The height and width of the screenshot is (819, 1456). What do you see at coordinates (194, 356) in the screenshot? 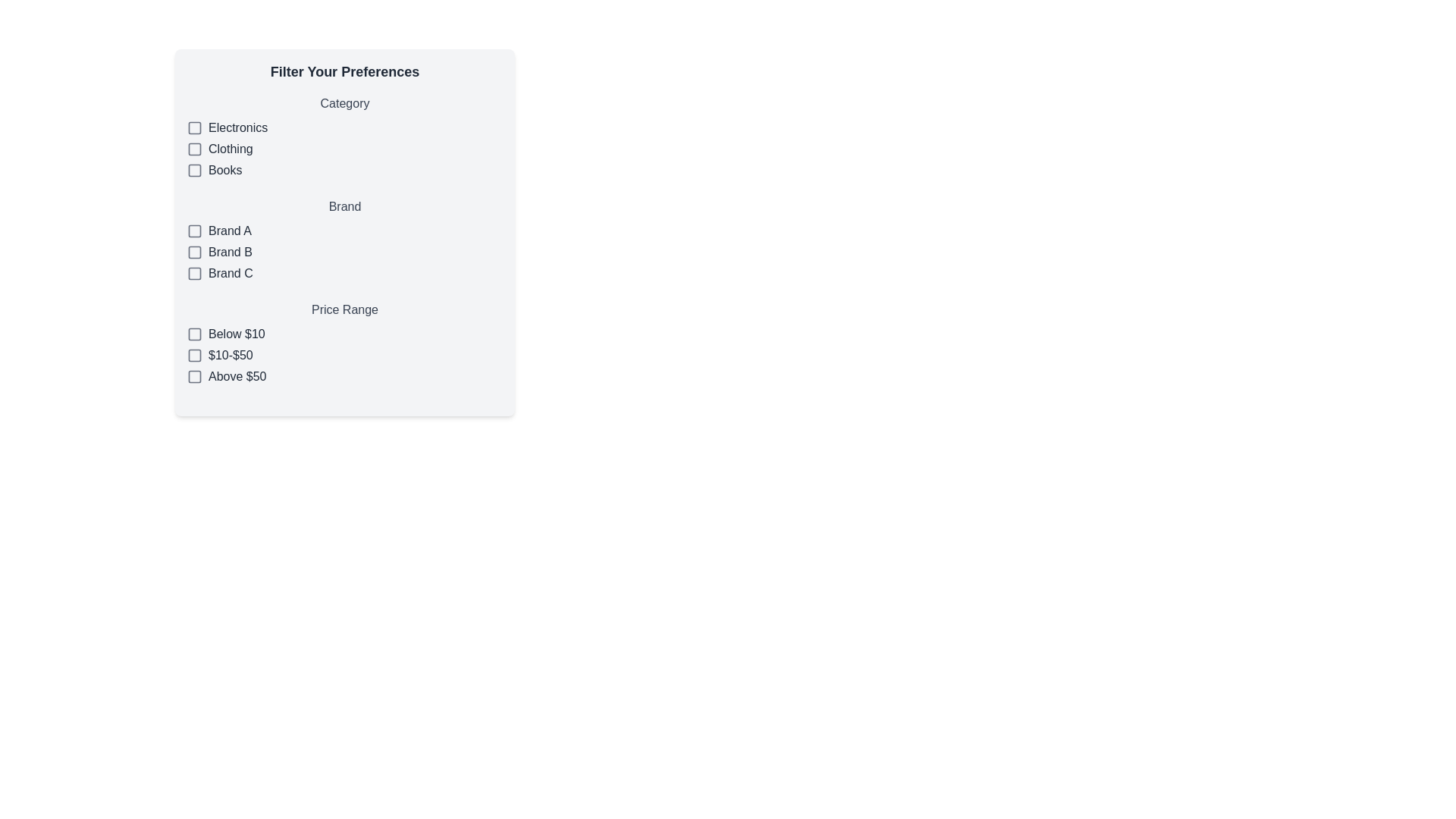
I see `the checkbox for the price range '$10-$50'` at bounding box center [194, 356].